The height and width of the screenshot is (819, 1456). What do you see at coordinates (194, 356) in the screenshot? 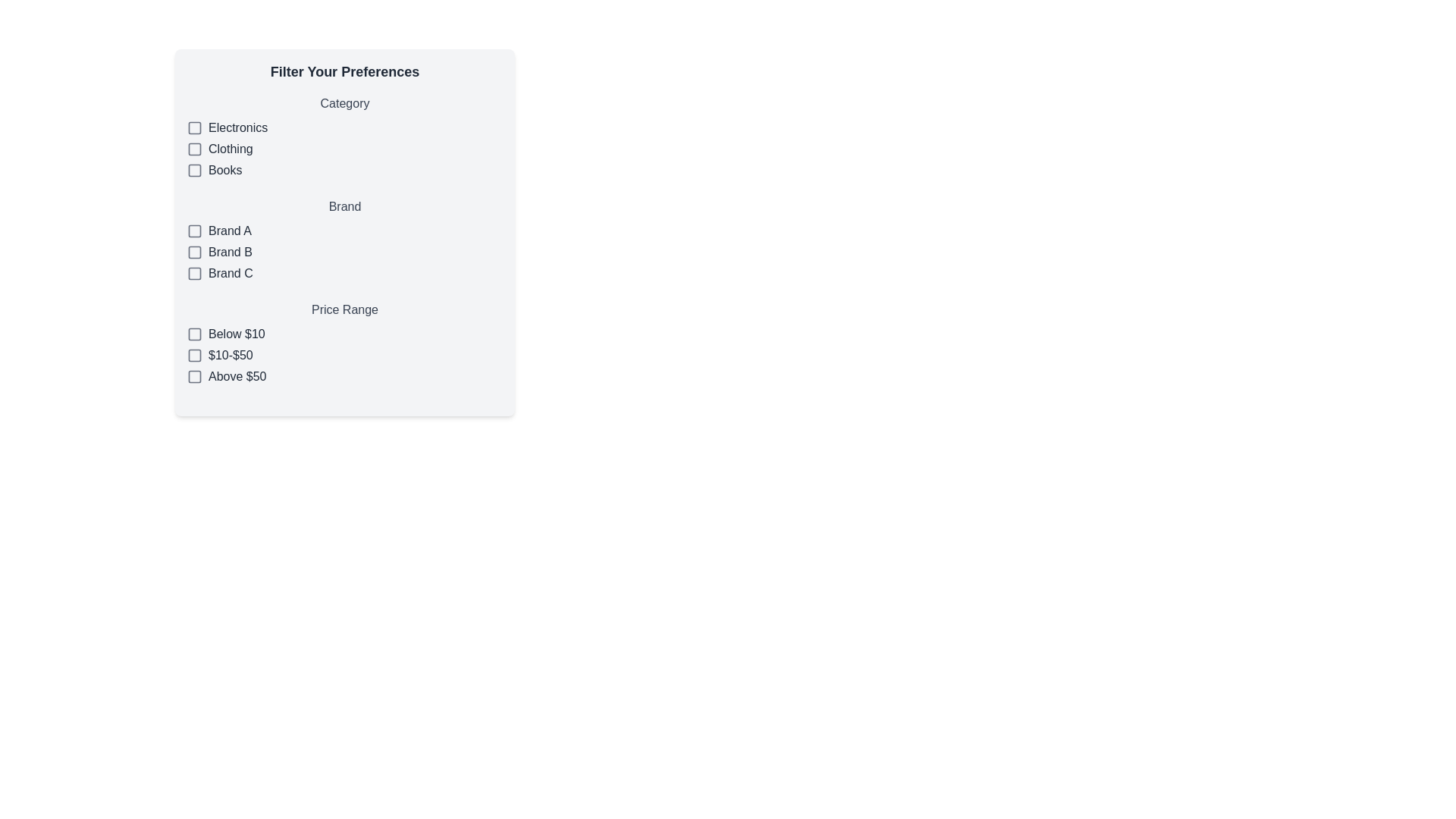
I see `the checkbox for the price range '$10-$50'` at bounding box center [194, 356].